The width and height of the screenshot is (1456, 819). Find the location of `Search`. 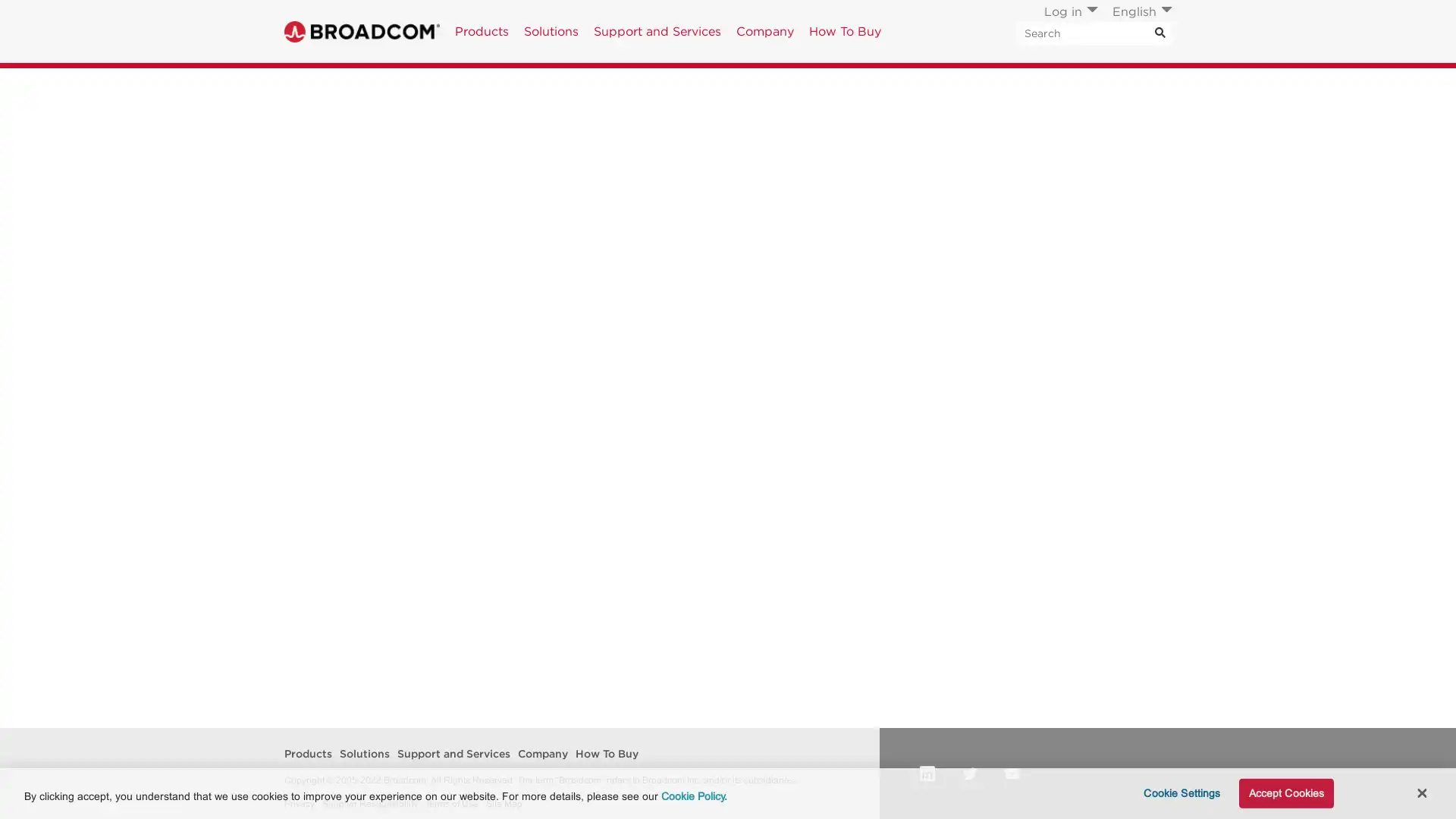

Search is located at coordinates (1141, 201).